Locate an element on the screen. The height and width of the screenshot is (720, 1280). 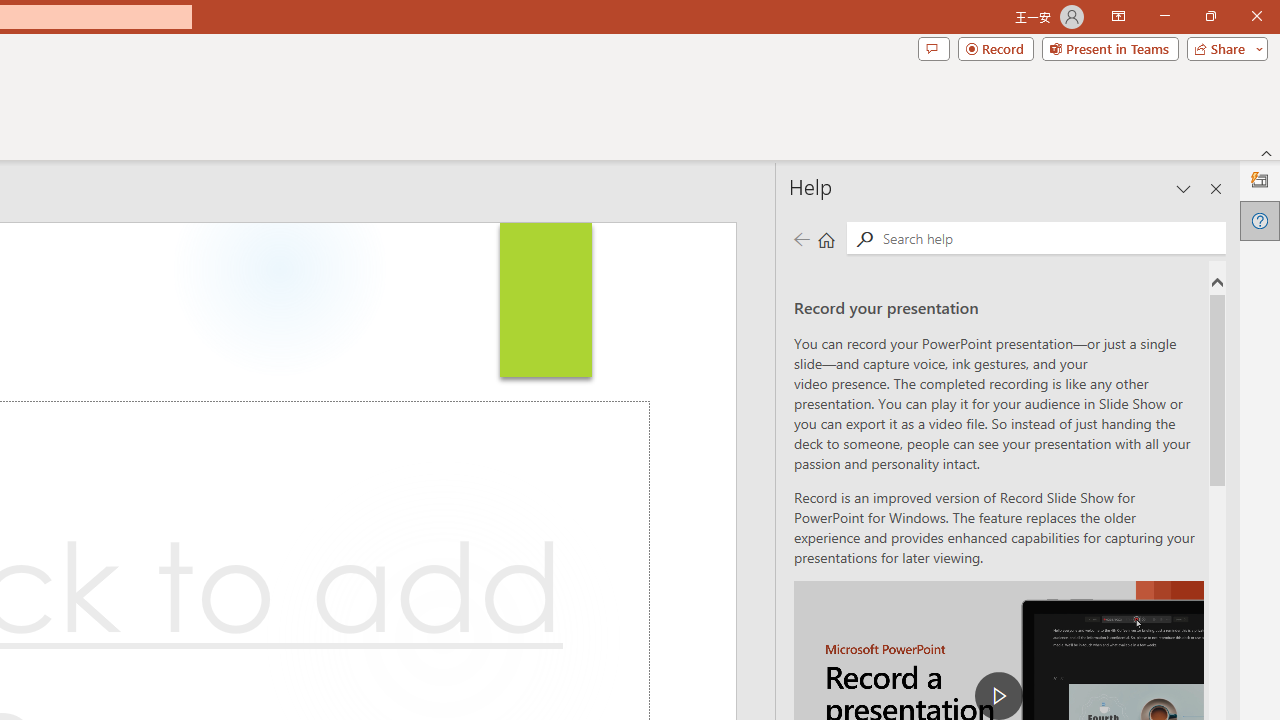
'Share' is located at coordinates (1222, 47).